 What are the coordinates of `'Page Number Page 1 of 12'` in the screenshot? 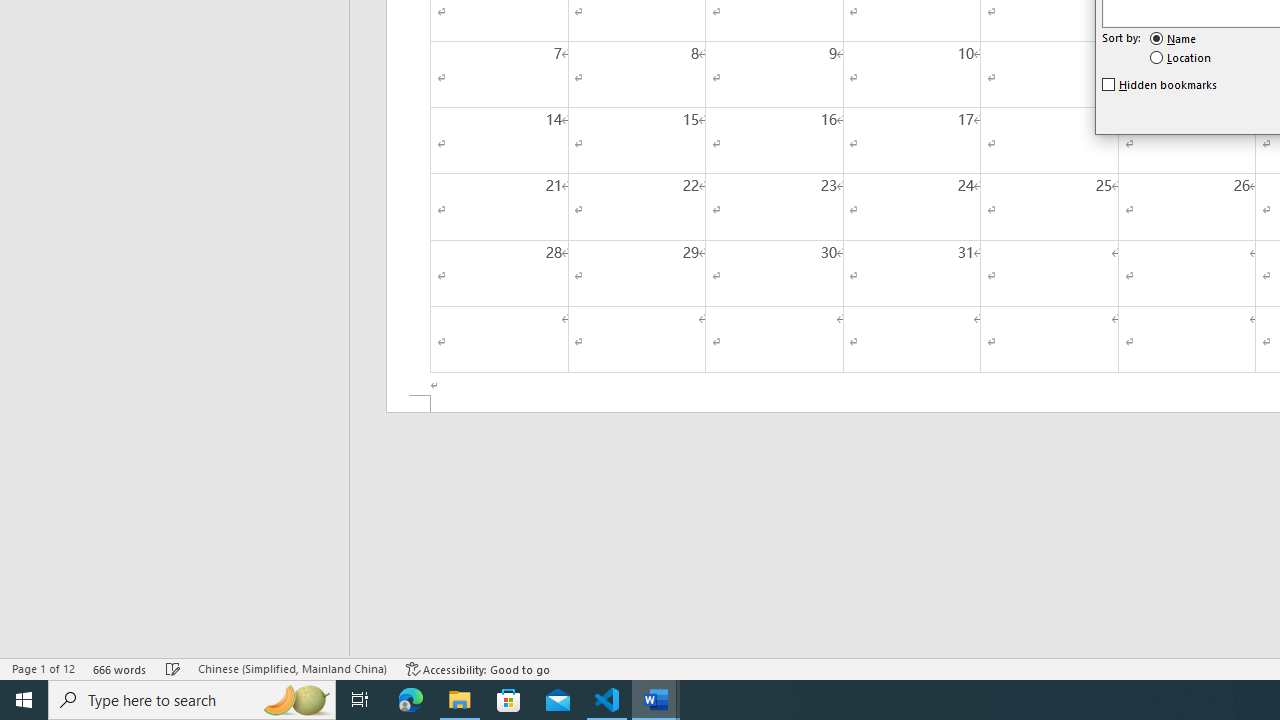 It's located at (43, 669).